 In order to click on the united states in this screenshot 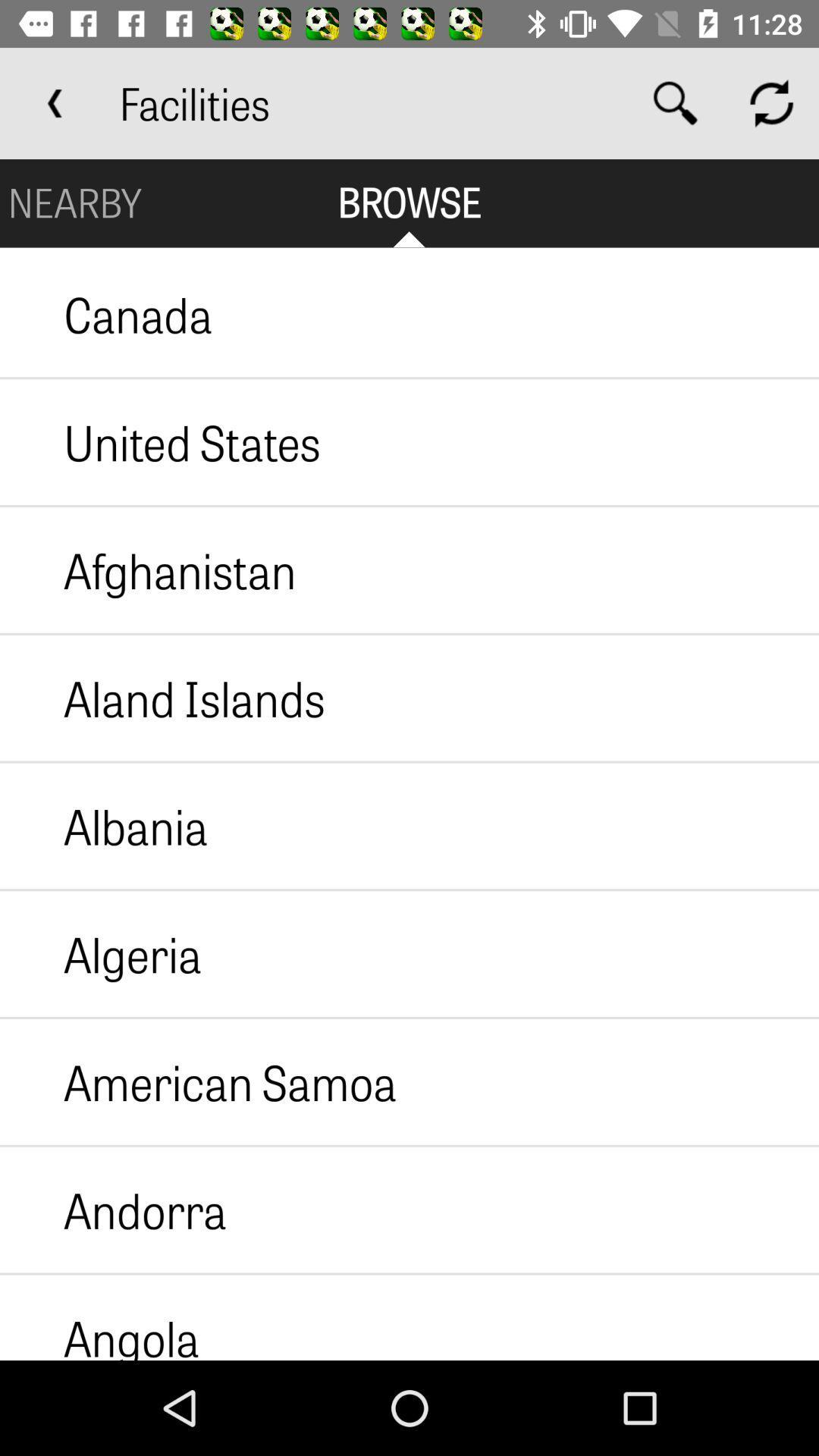, I will do `click(160, 441)`.